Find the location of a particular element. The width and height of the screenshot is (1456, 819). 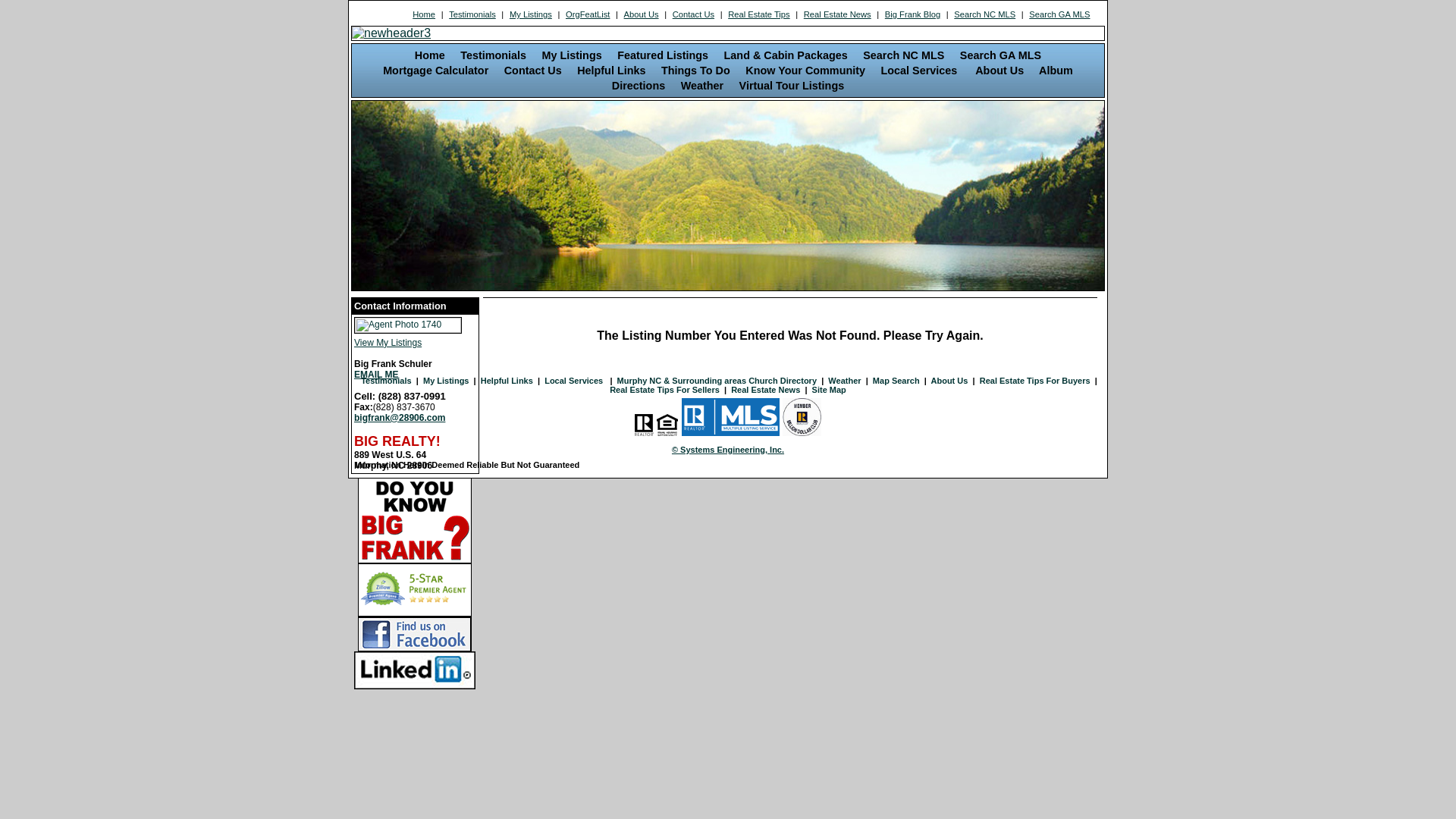

'My Listings' is located at coordinates (571, 55).